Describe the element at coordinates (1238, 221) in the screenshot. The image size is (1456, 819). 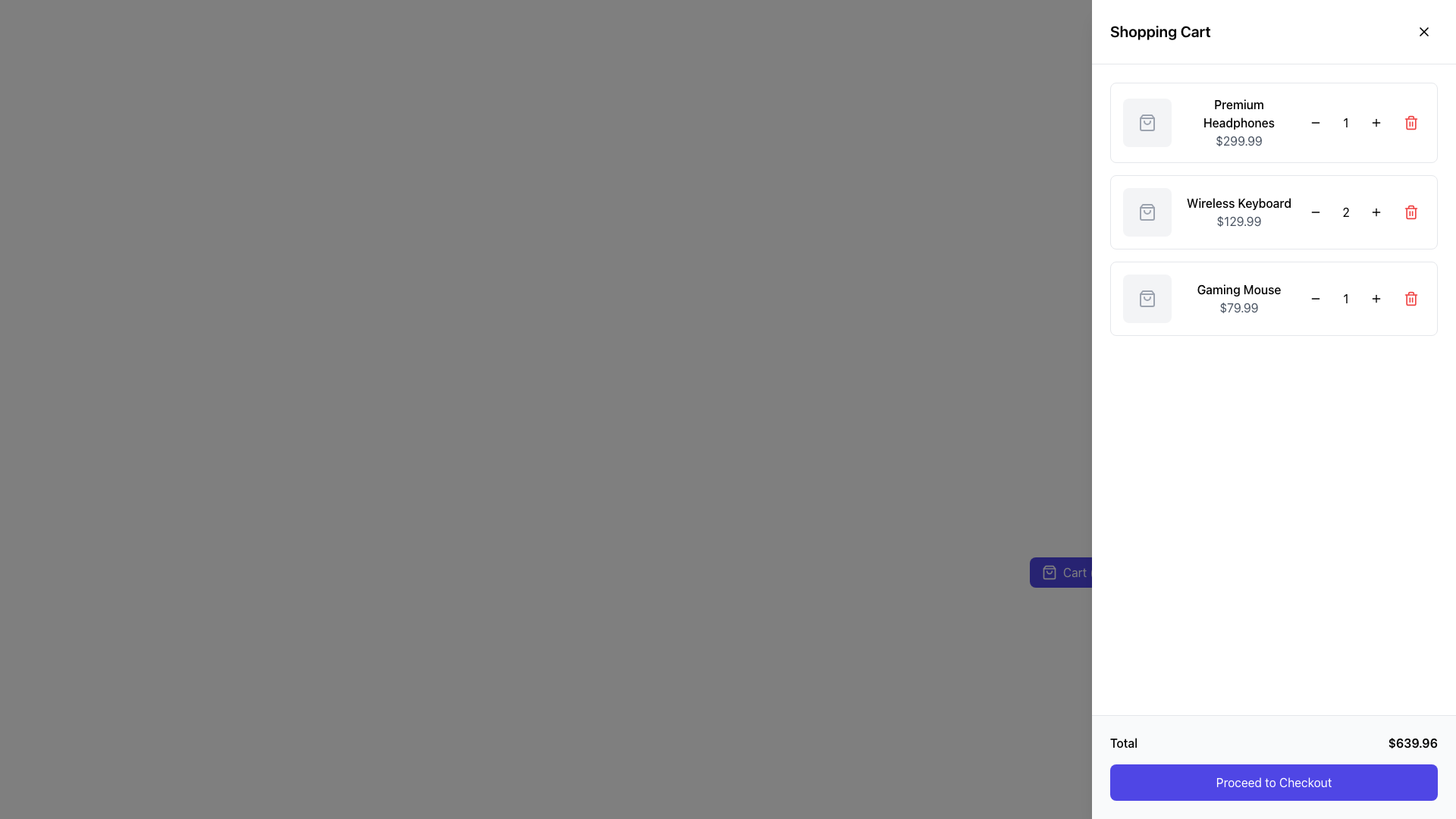
I see `the price display Text Label of the 'Wireless Keyboard' in the shopping cart, located directly below the item label` at that location.